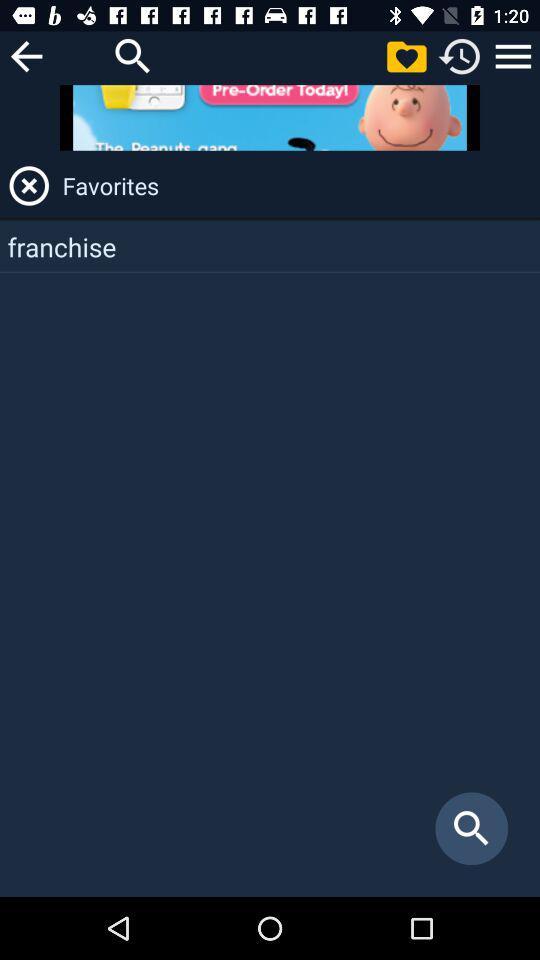  What do you see at coordinates (460, 55) in the screenshot?
I see `recents` at bounding box center [460, 55].